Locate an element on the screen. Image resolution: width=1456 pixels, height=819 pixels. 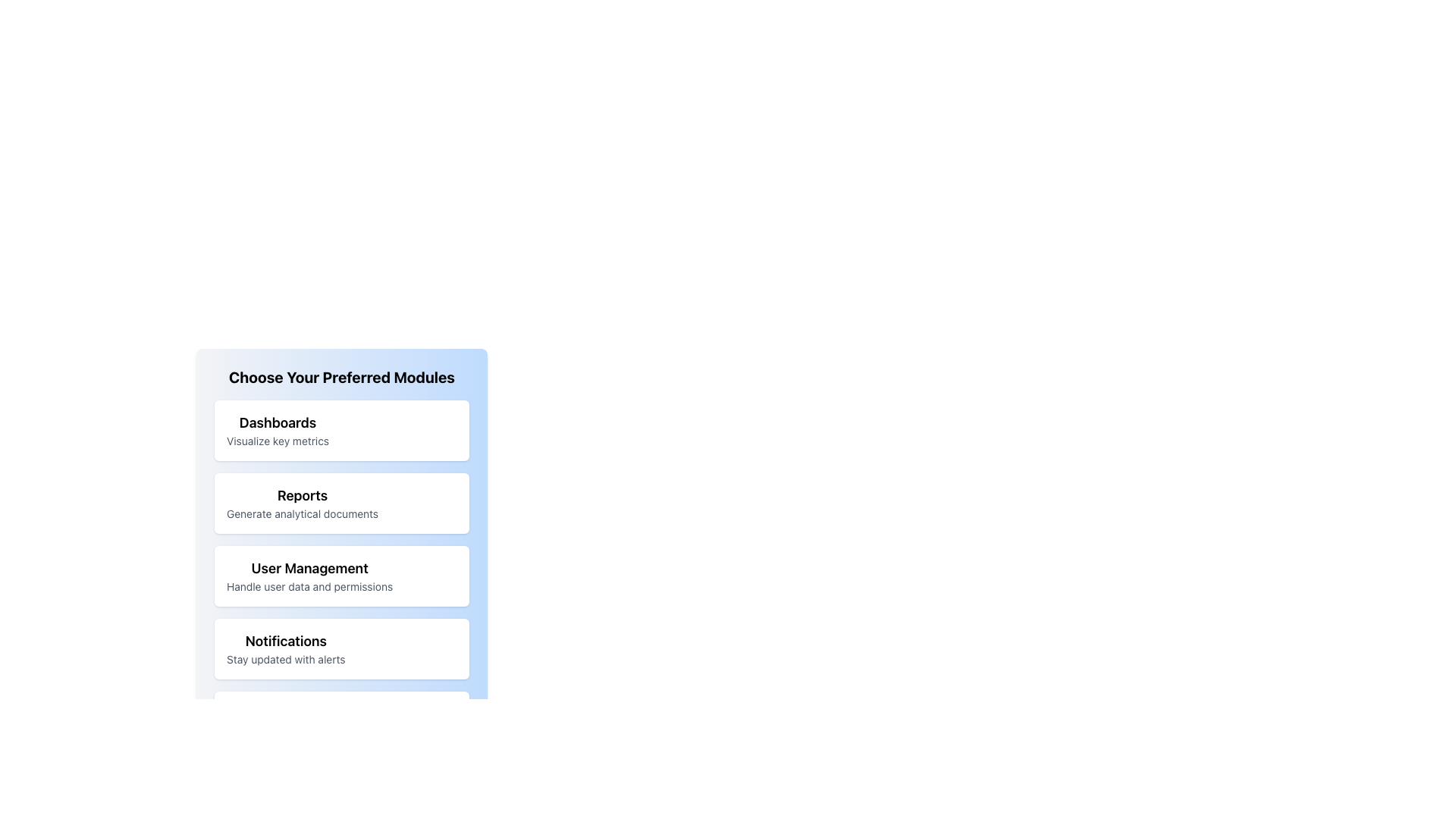
the 'User Management' module, which is the third item in the vertically stacked list within the 'Choose Your Preferred Modules' card, located below 'Reports' and above 'Notifications' is located at coordinates (341, 576).